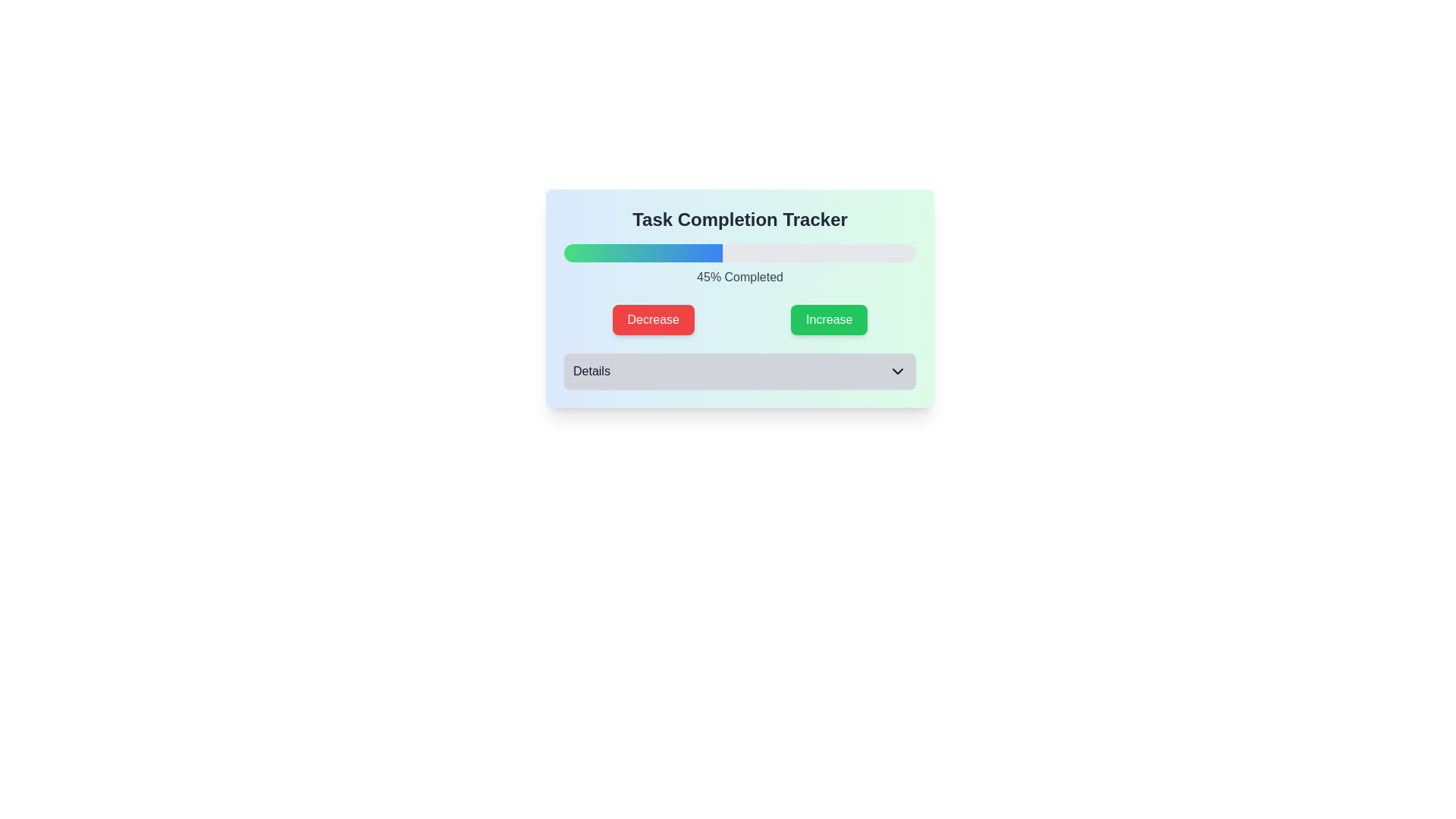  I want to click on the Progress bar segment indicating 45% completion of the task within the gray rounded rectangle of the Task Completion Tracker interface, so click(643, 253).